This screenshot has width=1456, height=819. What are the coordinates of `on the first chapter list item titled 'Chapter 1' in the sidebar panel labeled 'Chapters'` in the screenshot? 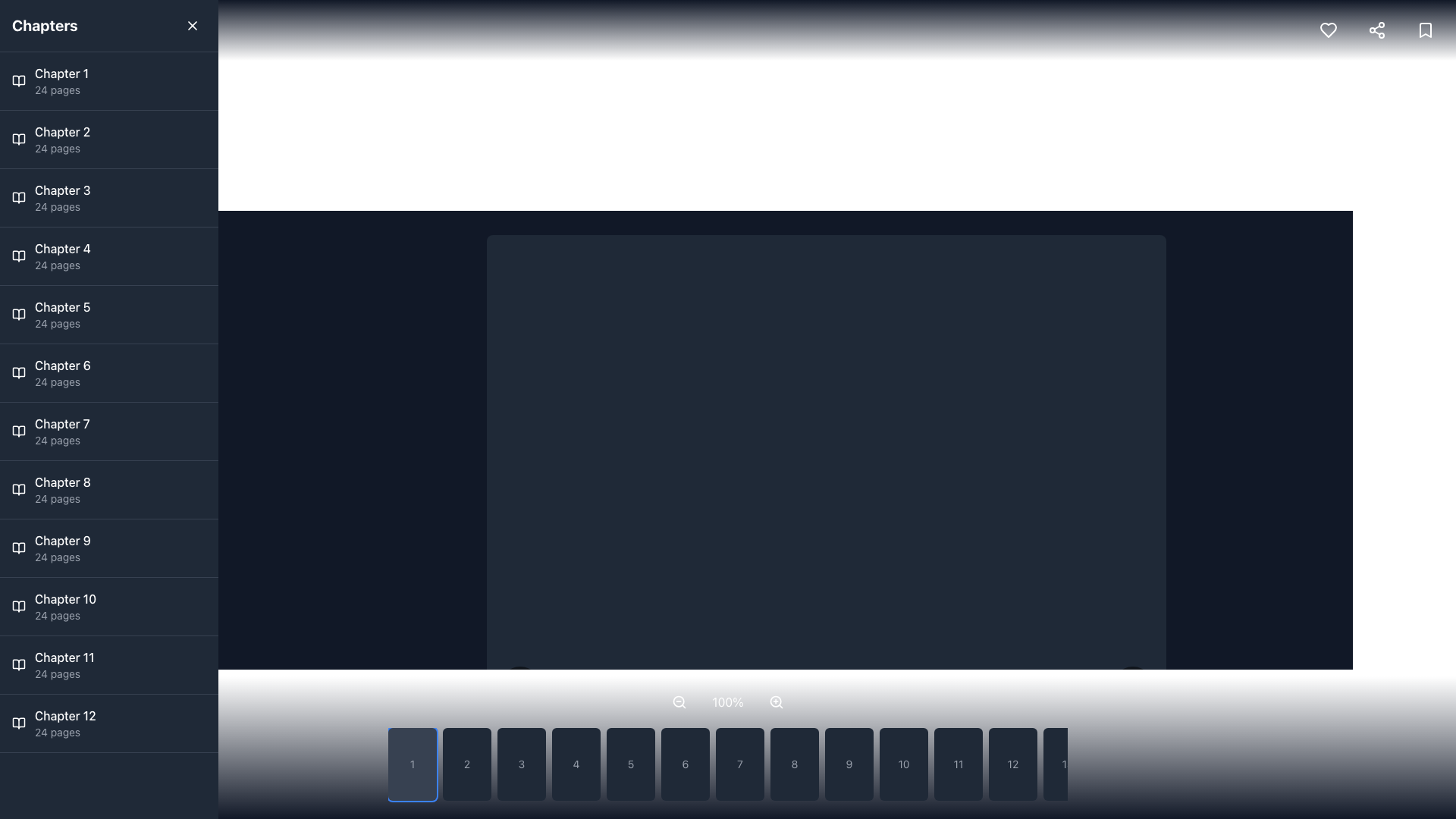 It's located at (61, 81).